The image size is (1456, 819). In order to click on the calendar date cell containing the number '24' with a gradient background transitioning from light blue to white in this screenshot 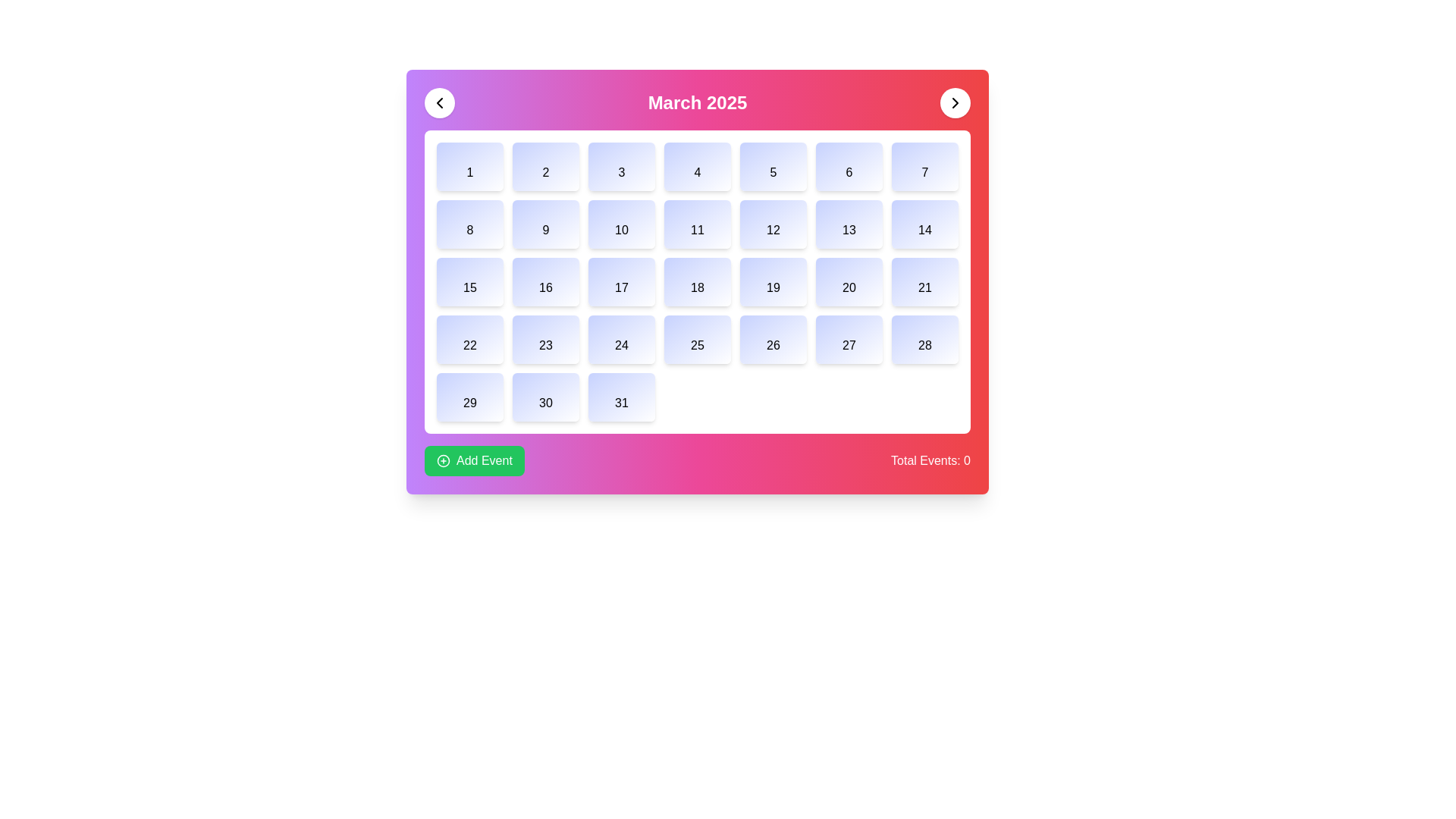, I will do `click(622, 338)`.